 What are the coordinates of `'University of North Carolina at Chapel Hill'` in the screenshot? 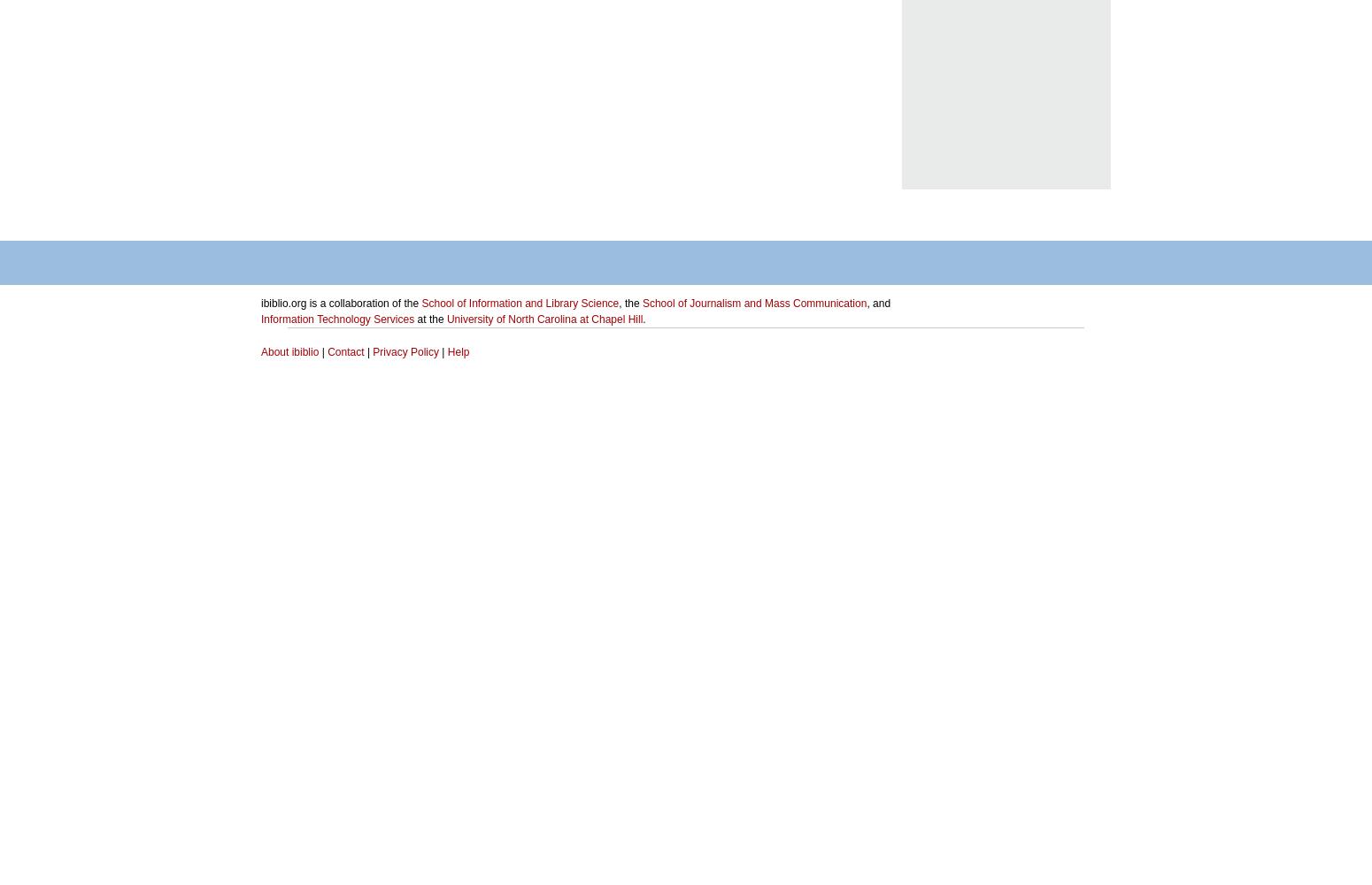 It's located at (445, 319).